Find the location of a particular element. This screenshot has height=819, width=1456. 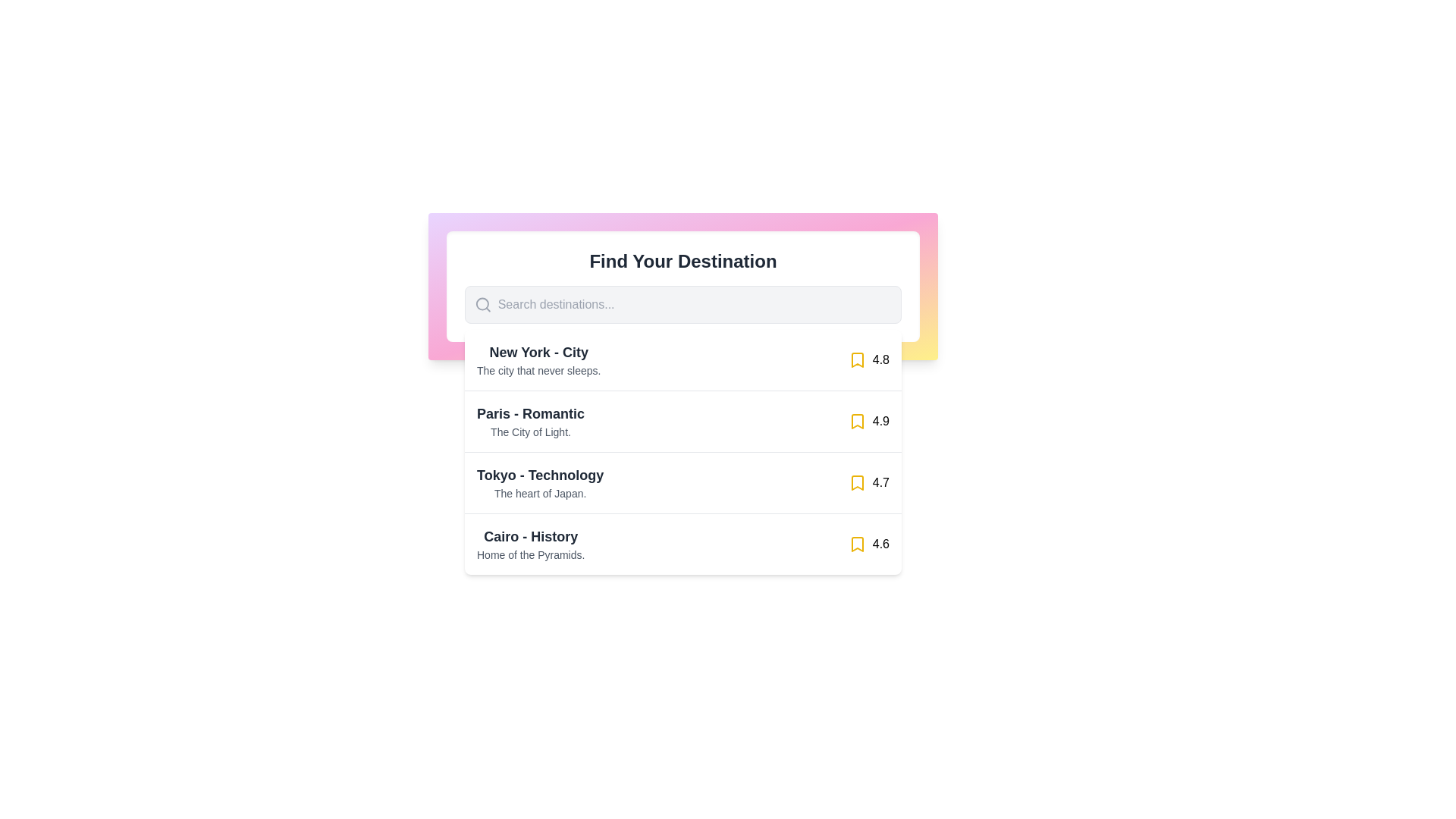

rating or score displayed in the Text Display located in the second row under 'Paris - Romantic', positioned to the right side of the row is located at coordinates (868, 421).